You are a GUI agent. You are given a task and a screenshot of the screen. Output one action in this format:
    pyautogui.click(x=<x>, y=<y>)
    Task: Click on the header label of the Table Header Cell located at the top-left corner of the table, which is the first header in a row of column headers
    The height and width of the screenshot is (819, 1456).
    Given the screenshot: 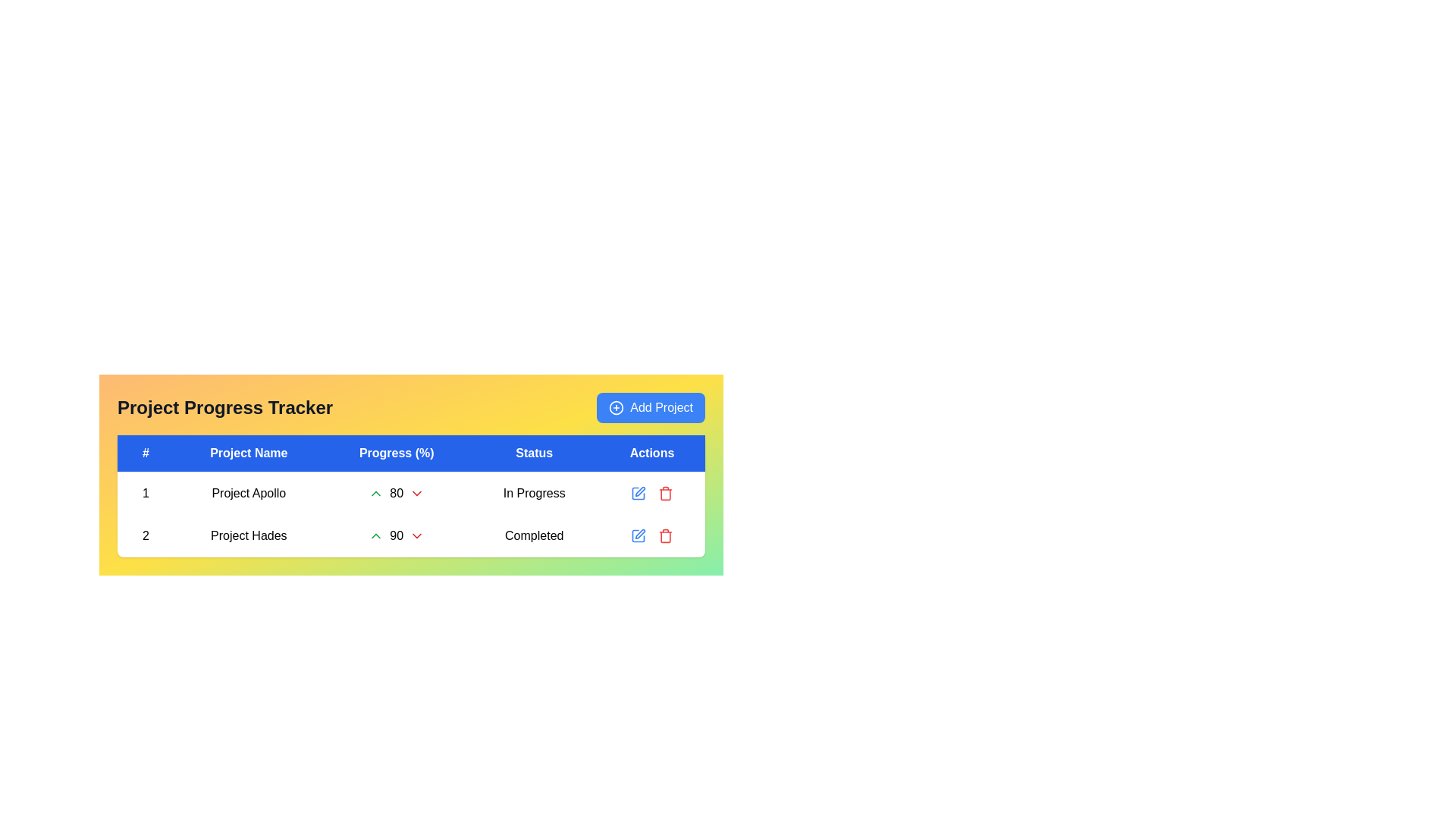 What is the action you would take?
    pyautogui.click(x=146, y=453)
    